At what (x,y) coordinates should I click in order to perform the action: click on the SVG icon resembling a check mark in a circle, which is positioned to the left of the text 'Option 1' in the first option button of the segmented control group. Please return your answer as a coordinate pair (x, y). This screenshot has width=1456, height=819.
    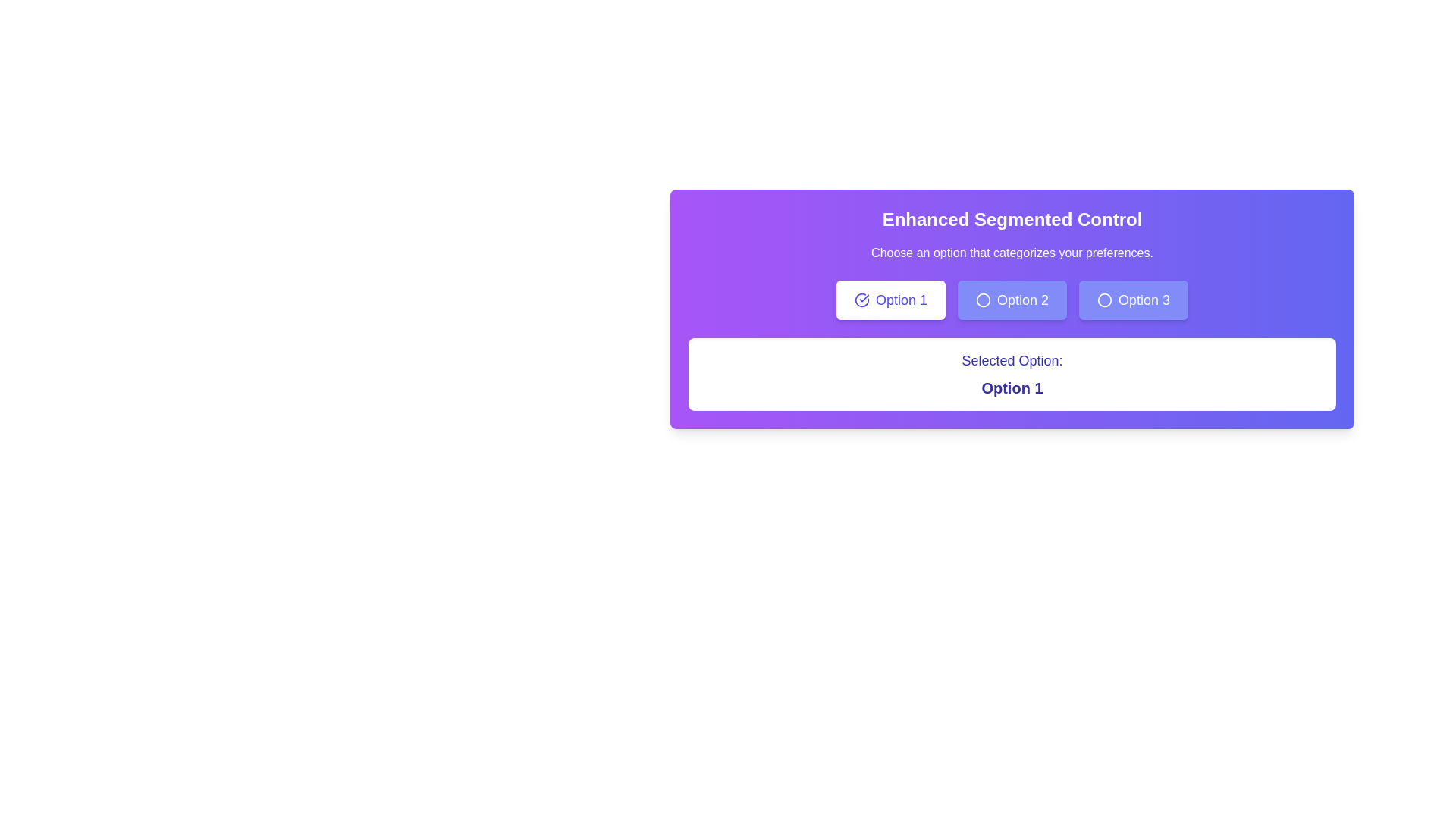
    Looking at the image, I should click on (861, 300).